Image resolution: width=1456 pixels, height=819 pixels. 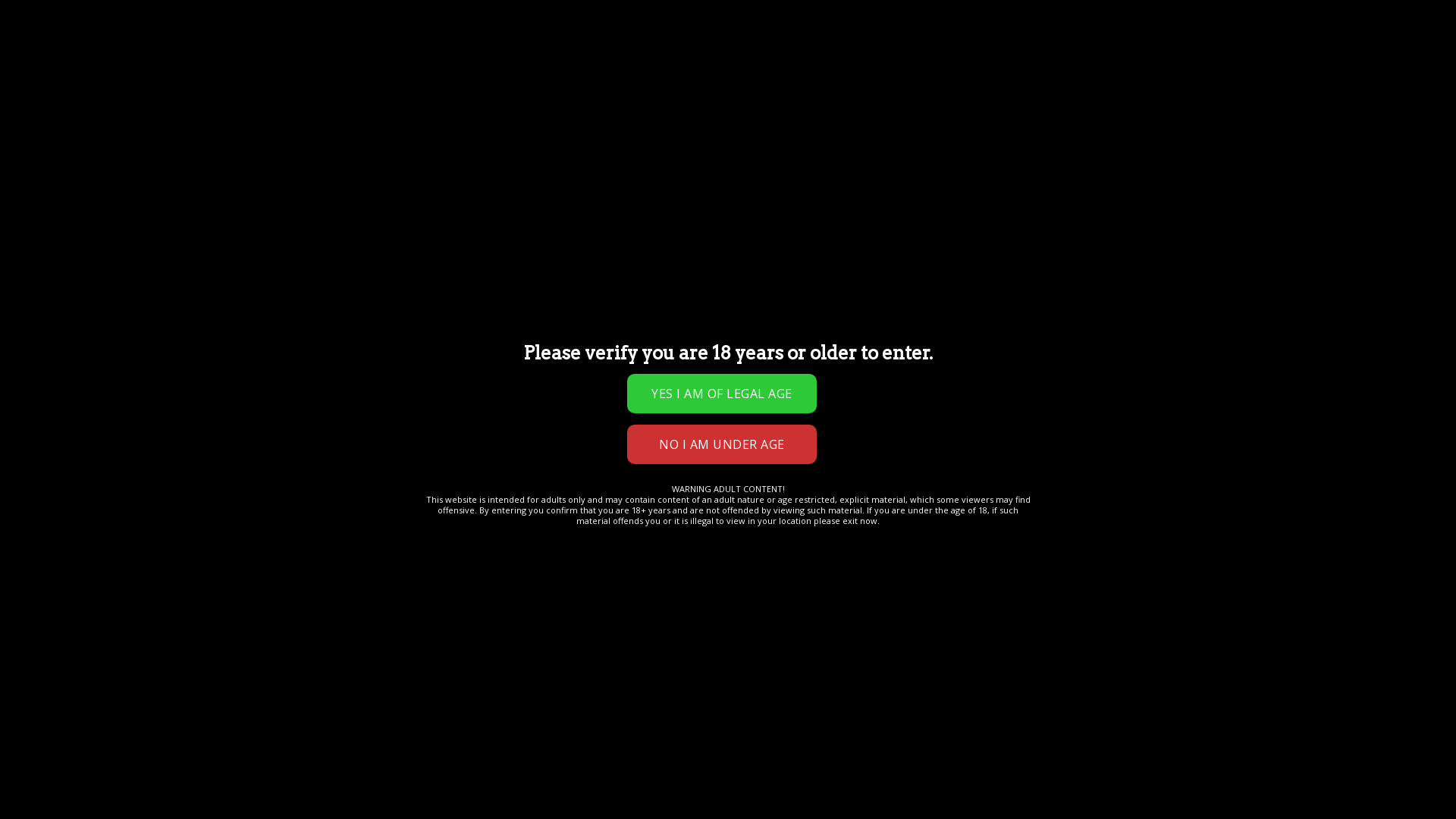 I want to click on 'TERPENES', so click(x=415, y=84).